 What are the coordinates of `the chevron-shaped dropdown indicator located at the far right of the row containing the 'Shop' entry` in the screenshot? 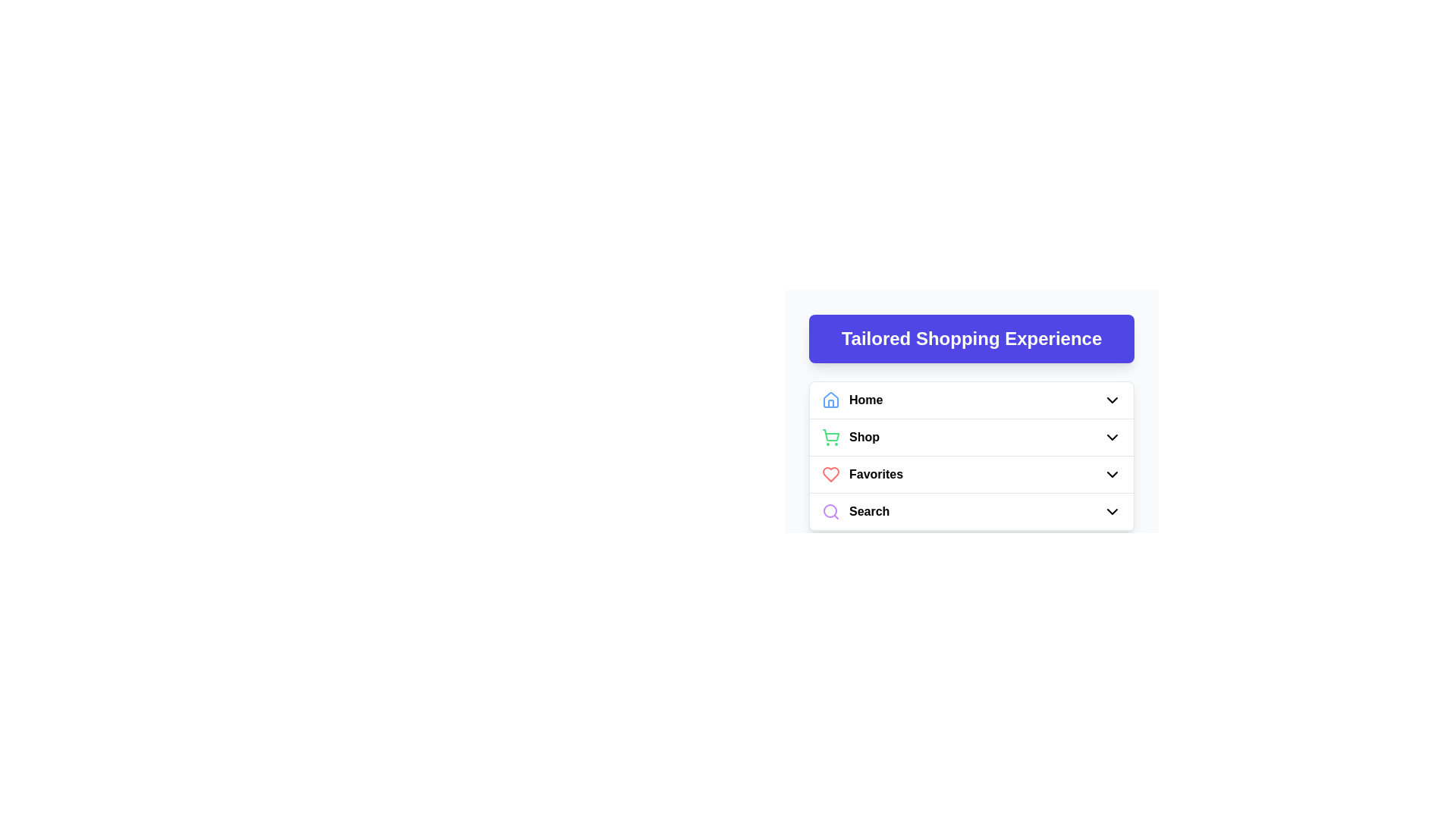 It's located at (1112, 438).